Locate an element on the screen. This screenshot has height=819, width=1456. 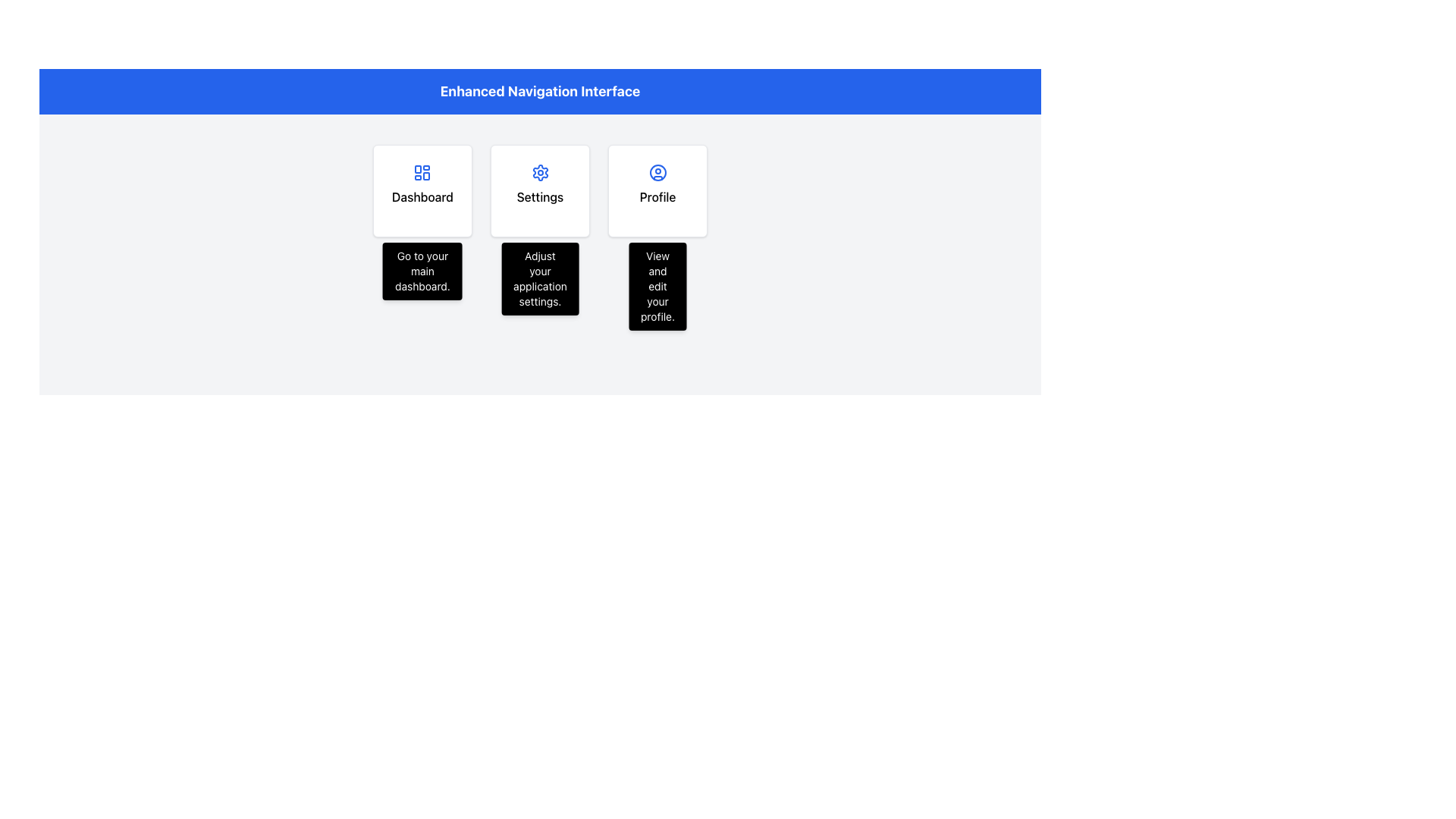
the Header text element, which serves as the main title or banner for the interface, indicating the application's name or functionality to the user is located at coordinates (540, 91).